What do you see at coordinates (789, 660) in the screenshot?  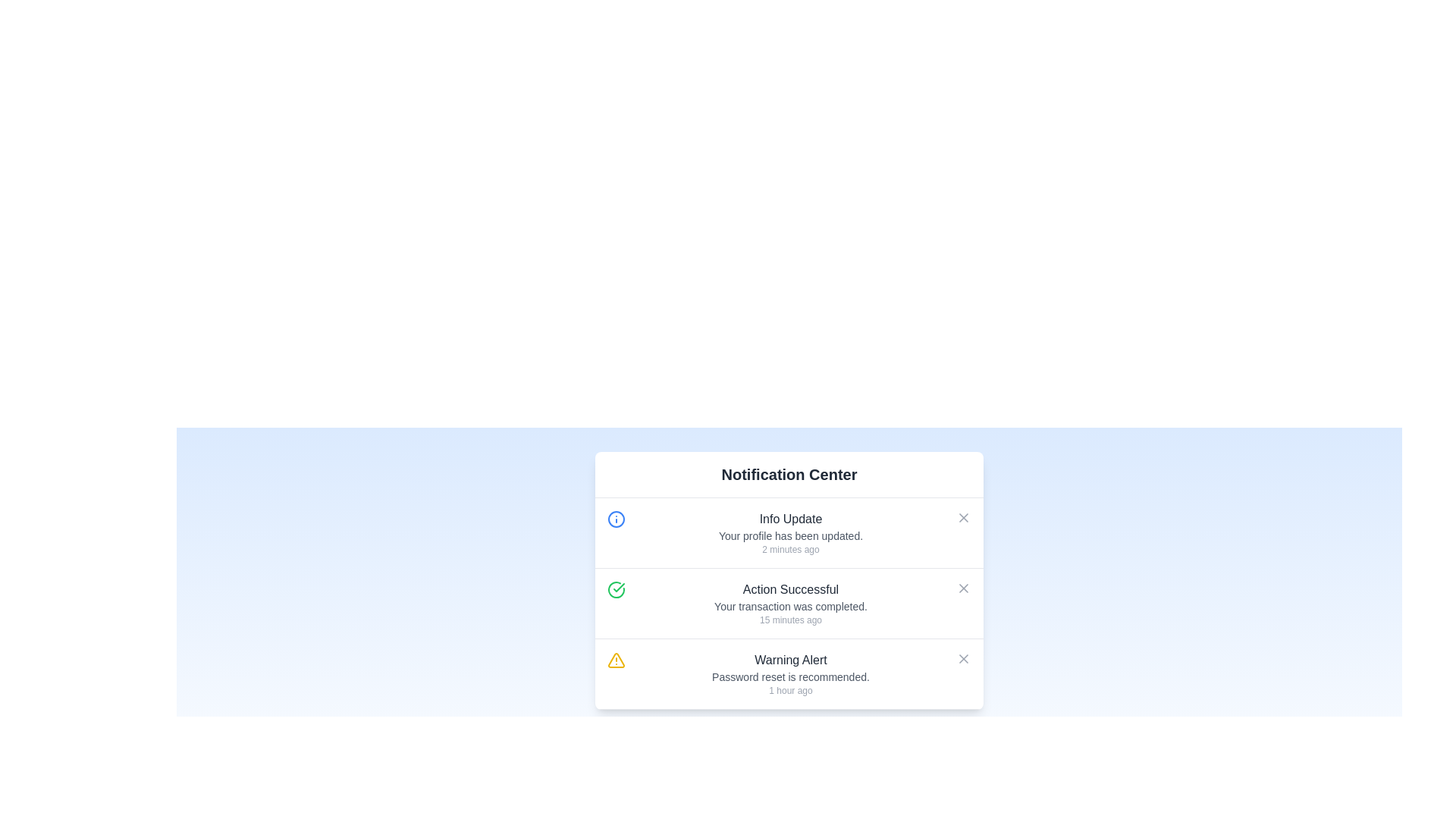 I see `the main title text label in the third notification card in the 'Notification Center' dialog, which indicates the type or category of the notification` at bounding box center [789, 660].